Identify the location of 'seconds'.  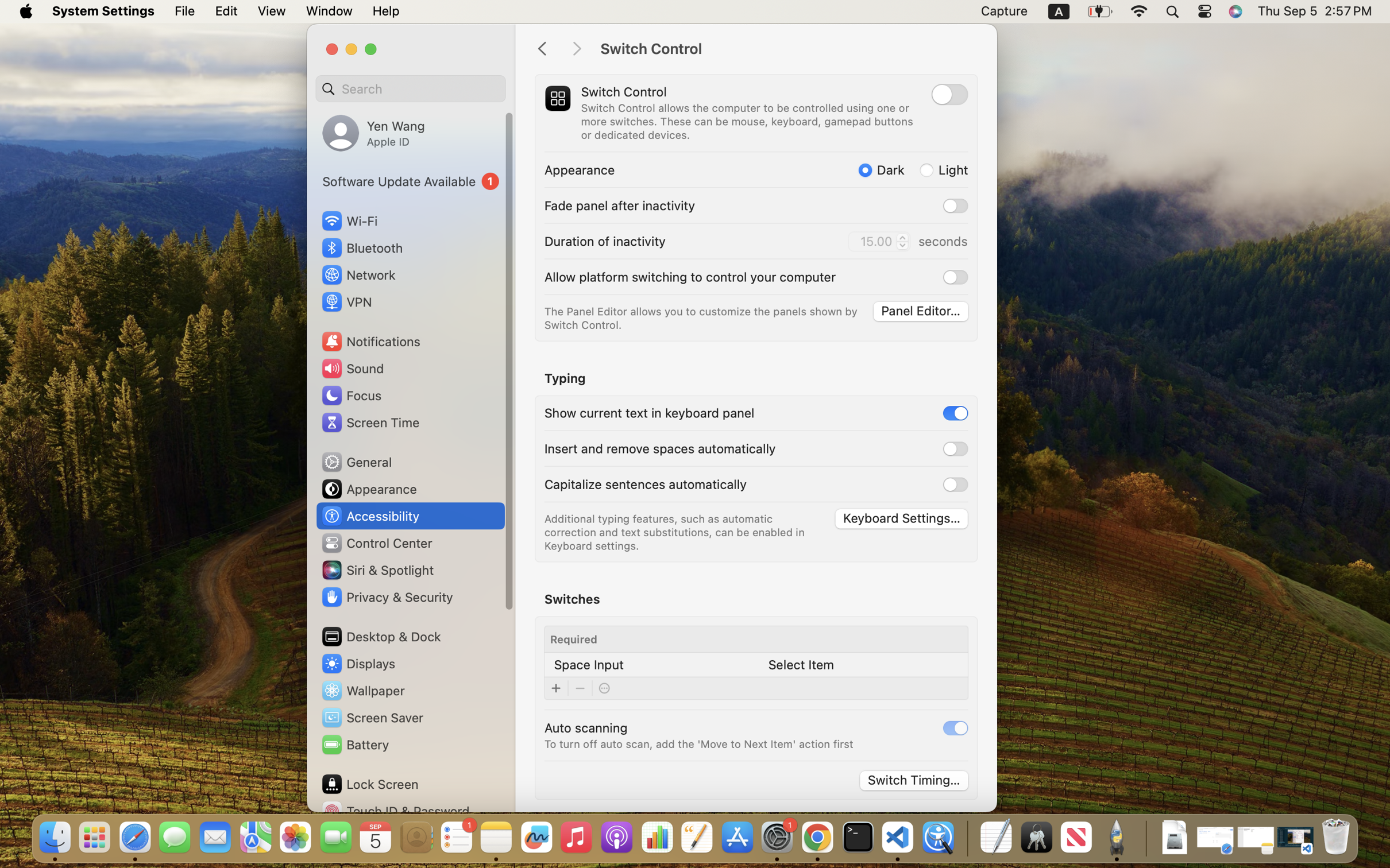
(941, 241).